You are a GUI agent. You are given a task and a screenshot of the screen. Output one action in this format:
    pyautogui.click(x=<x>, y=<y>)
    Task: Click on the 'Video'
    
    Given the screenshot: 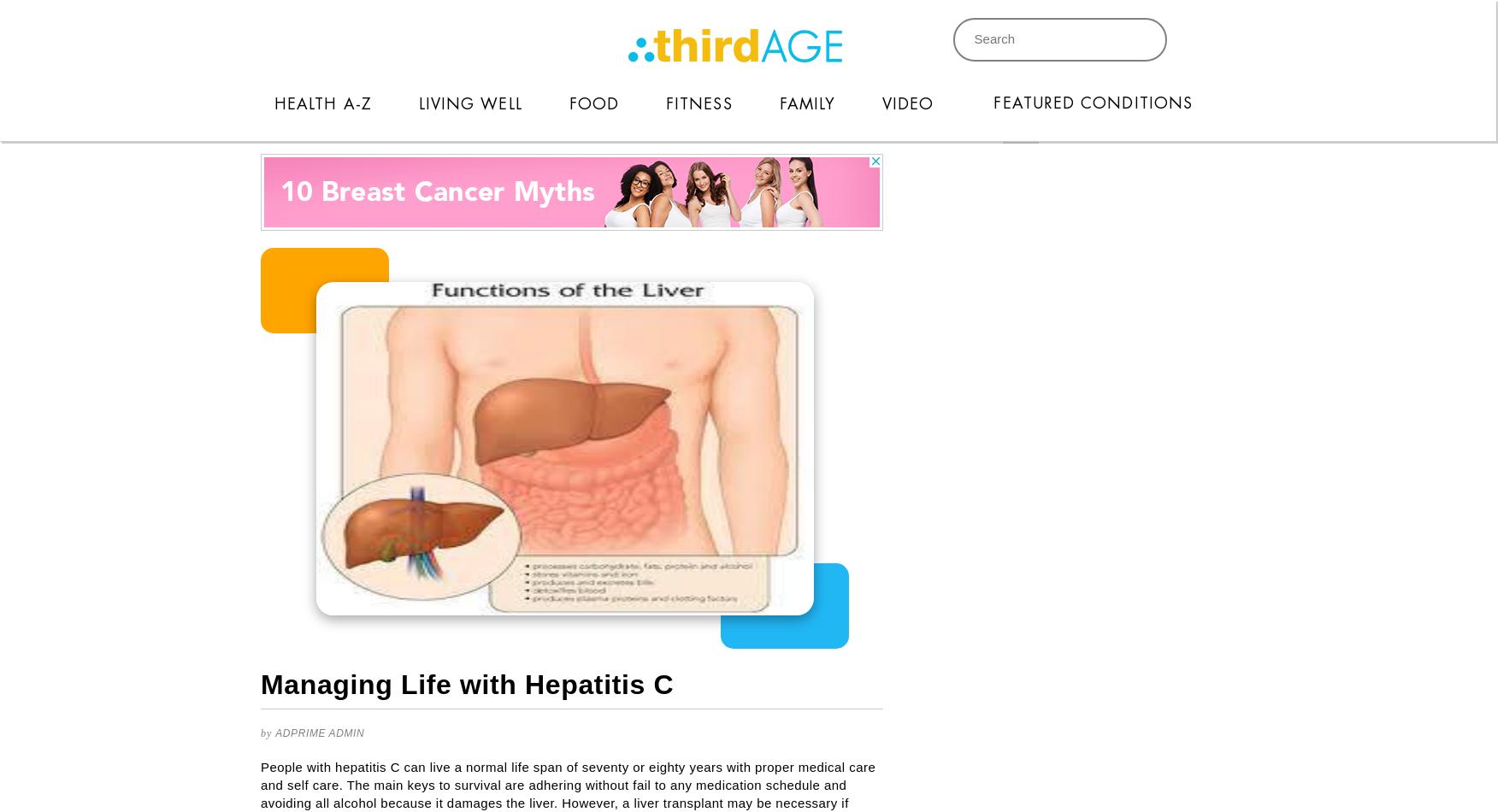 What is the action you would take?
    pyautogui.click(x=908, y=103)
    